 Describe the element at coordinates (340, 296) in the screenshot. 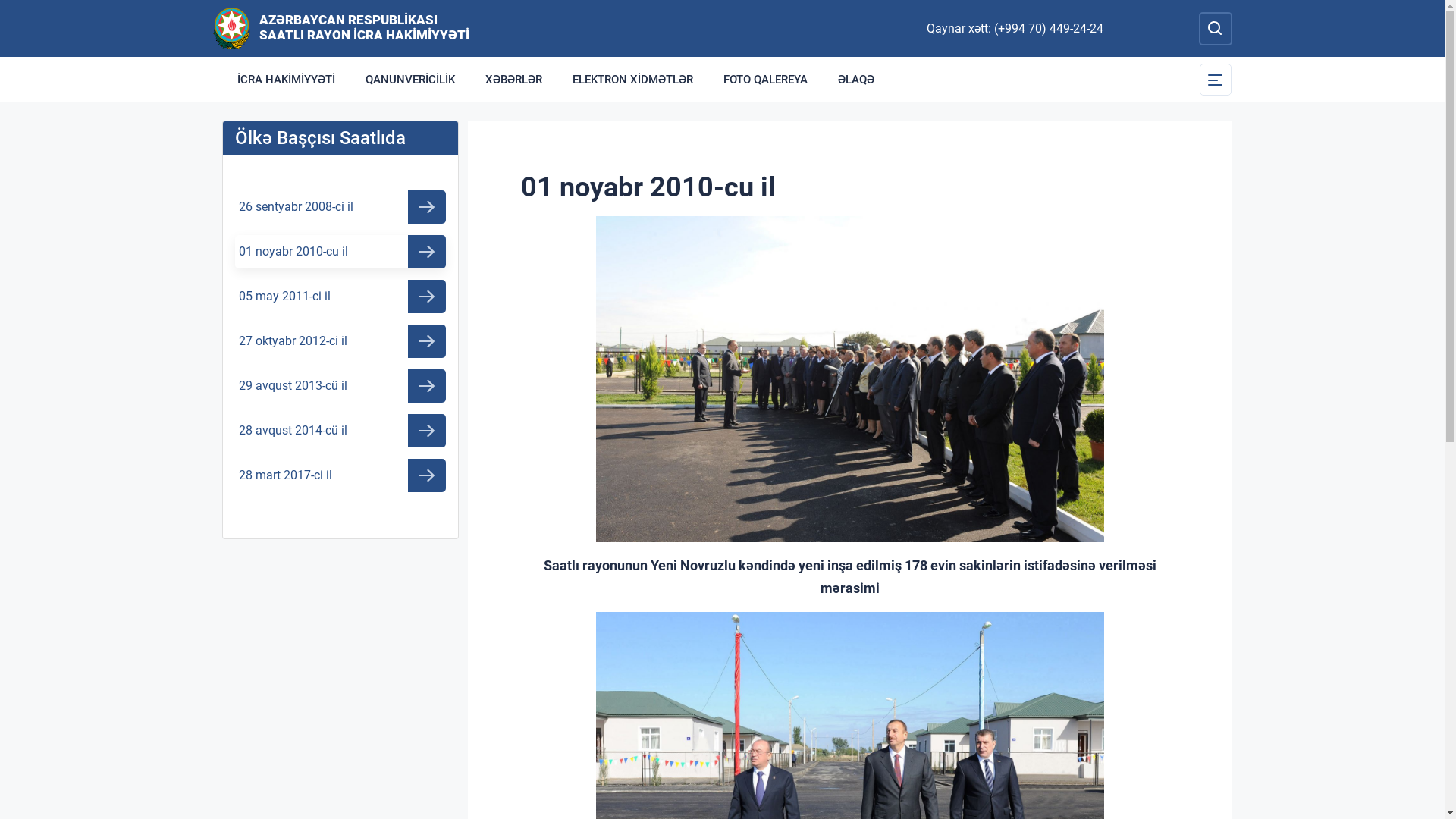

I see `'05 may 2011-ci il'` at that location.